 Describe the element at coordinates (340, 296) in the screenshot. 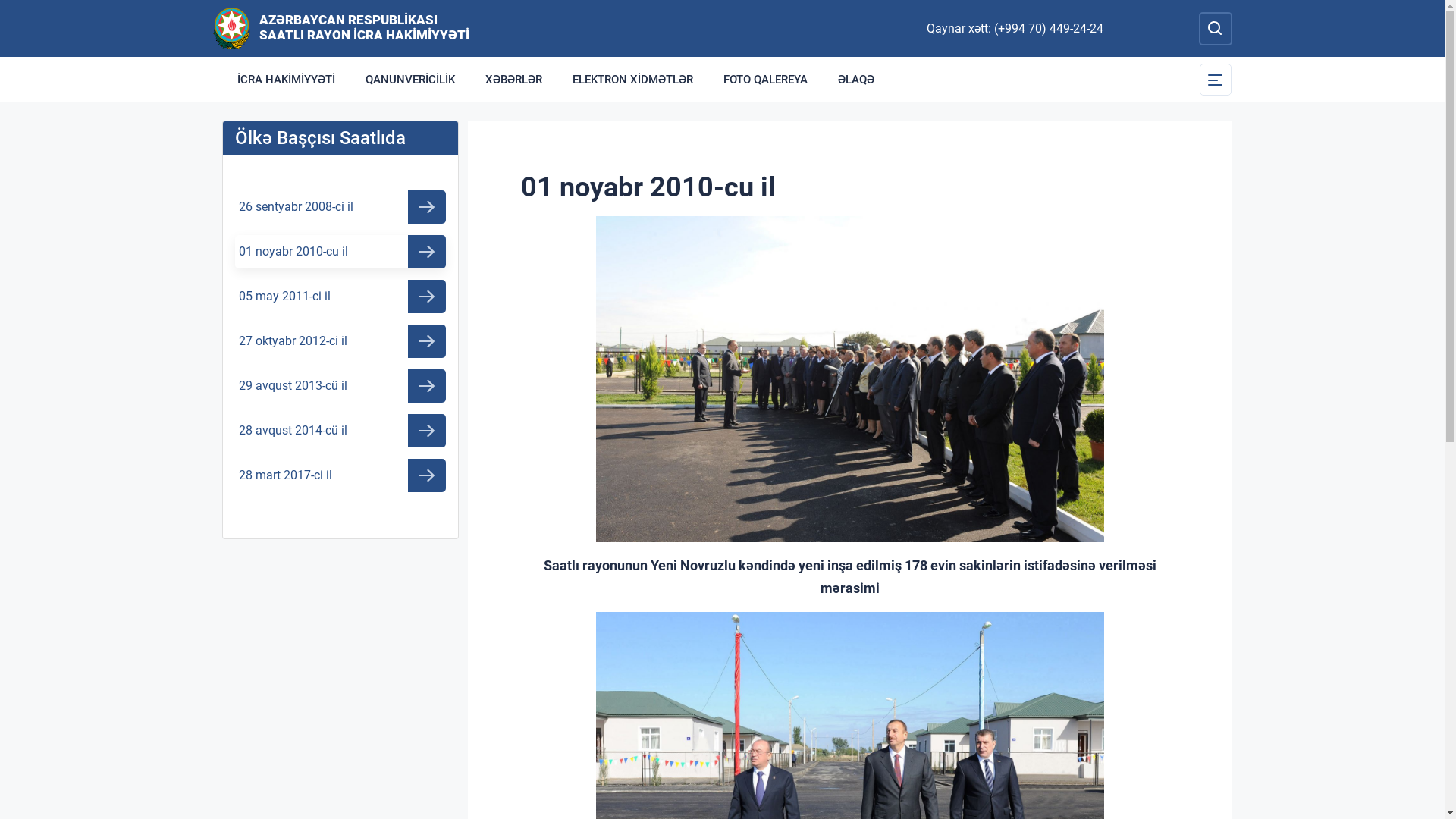

I see `'05 may 2011-ci il'` at that location.